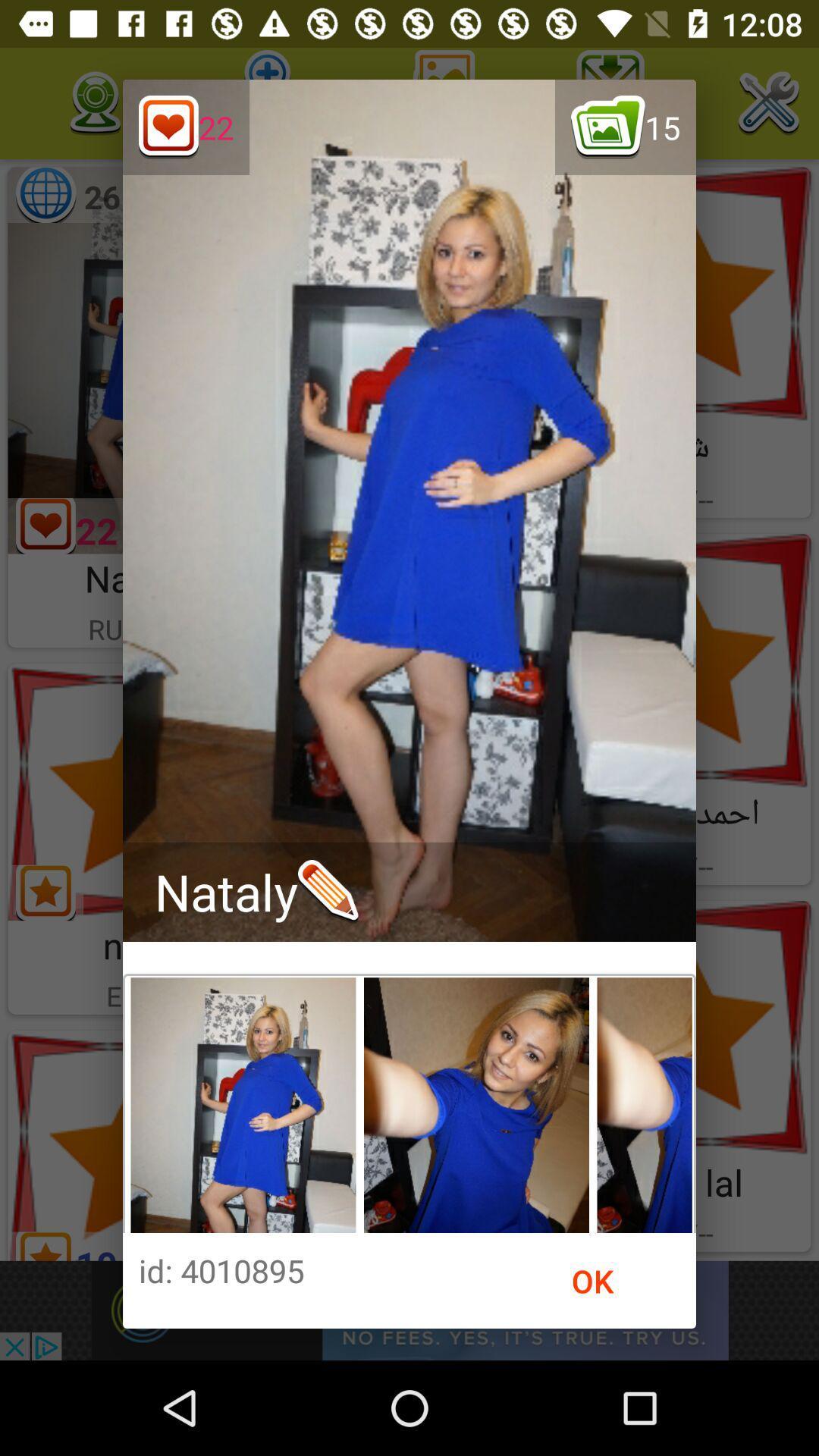  I want to click on item below the 22 item, so click(256, 892).